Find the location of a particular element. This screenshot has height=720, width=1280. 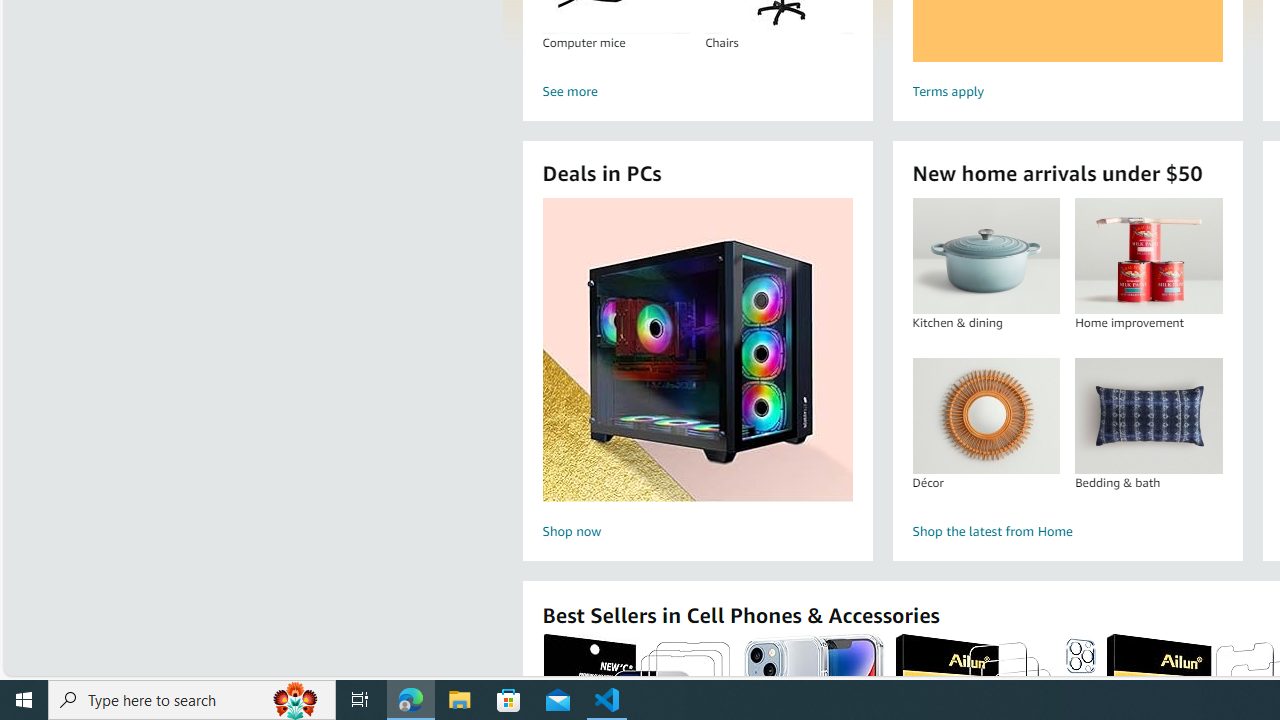

'Kitchen & dining' is located at coordinates (986, 255).